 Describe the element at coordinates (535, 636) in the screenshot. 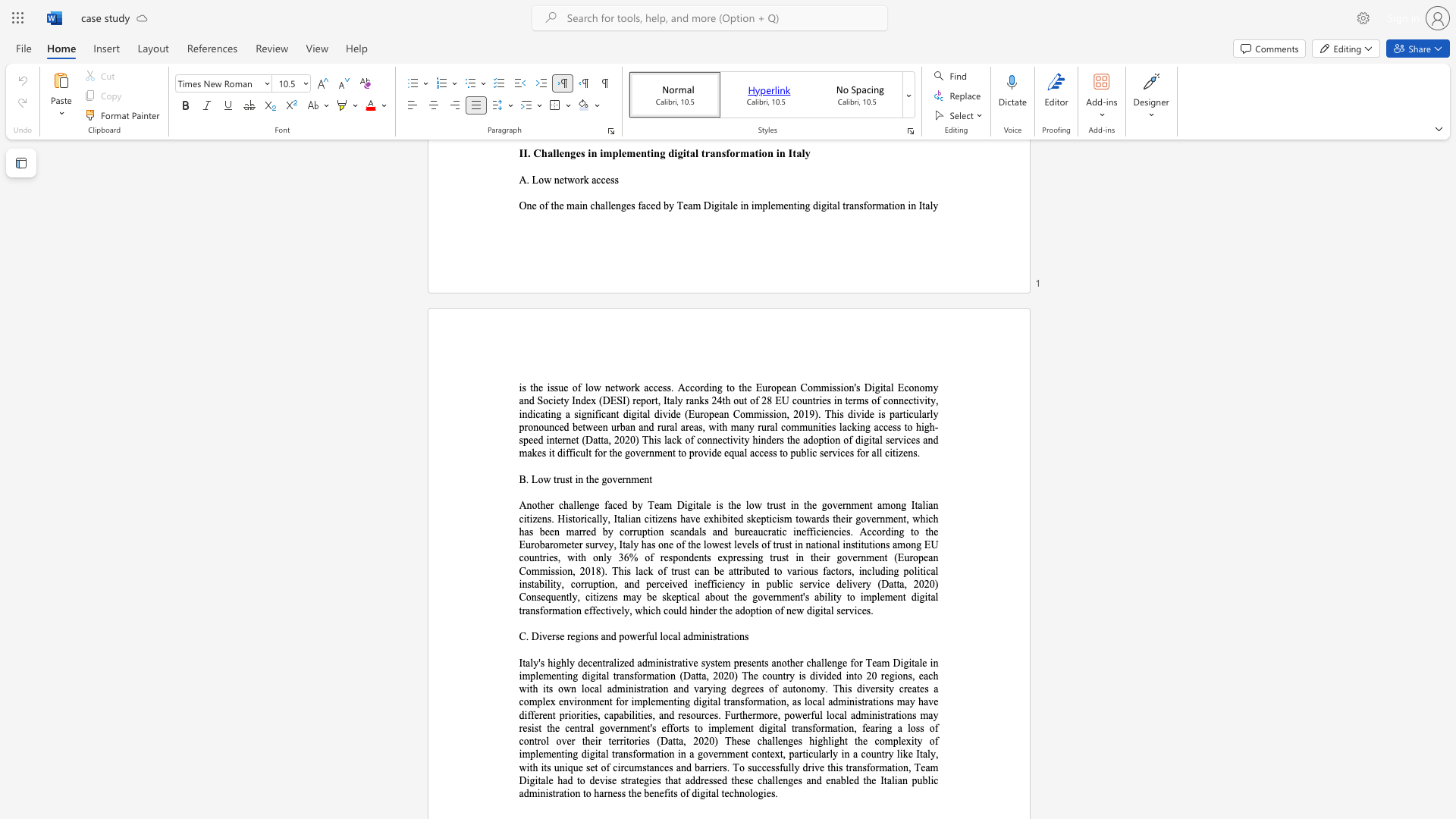

I see `the 1th character "D" in the text` at that location.